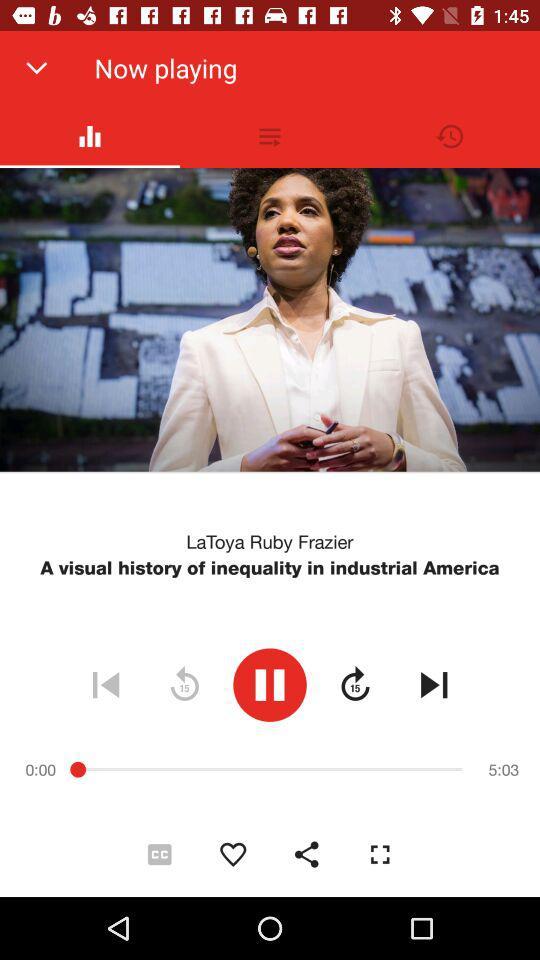 This screenshot has height=960, width=540. Describe the element at coordinates (354, 684) in the screenshot. I see `icon below a visual history icon` at that location.